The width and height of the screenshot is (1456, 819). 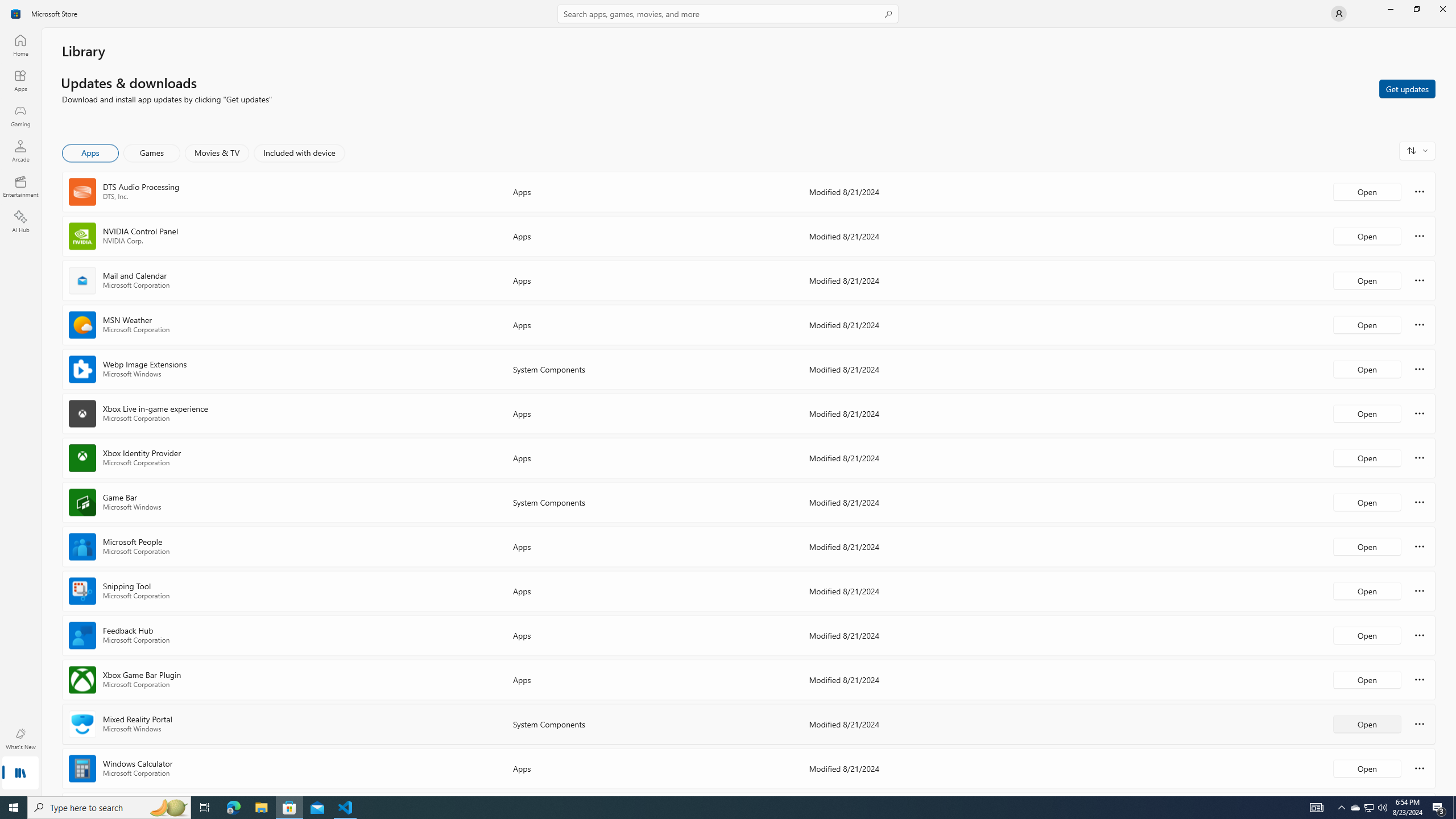 I want to click on 'Restore Microsoft Store', so click(x=1416, y=9).